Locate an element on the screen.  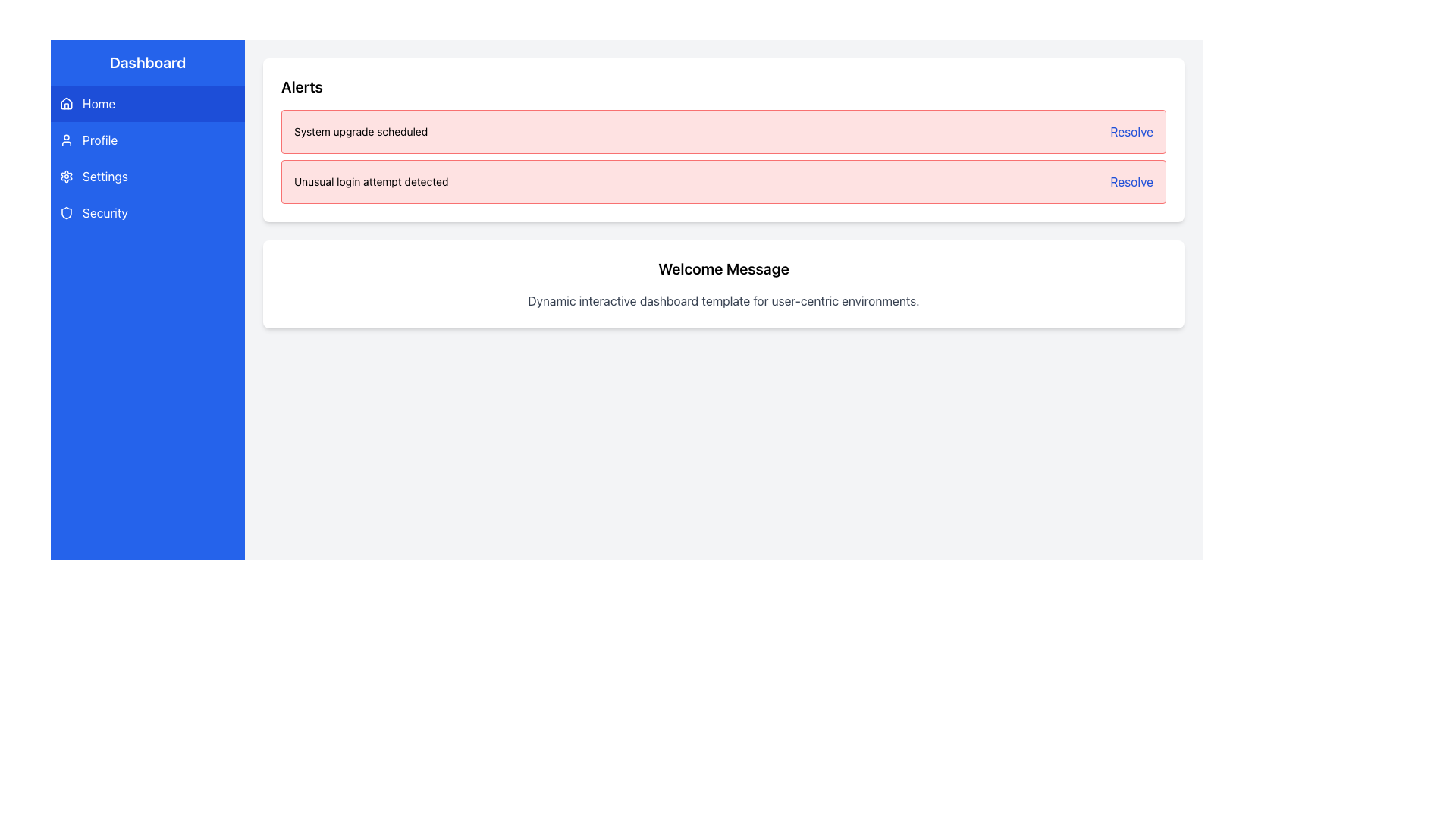
the 'Security' text label located in the left sidebar, which is the fourth item in the vertical list and positioned below 'Settings' is located at coordinates (104, 213).